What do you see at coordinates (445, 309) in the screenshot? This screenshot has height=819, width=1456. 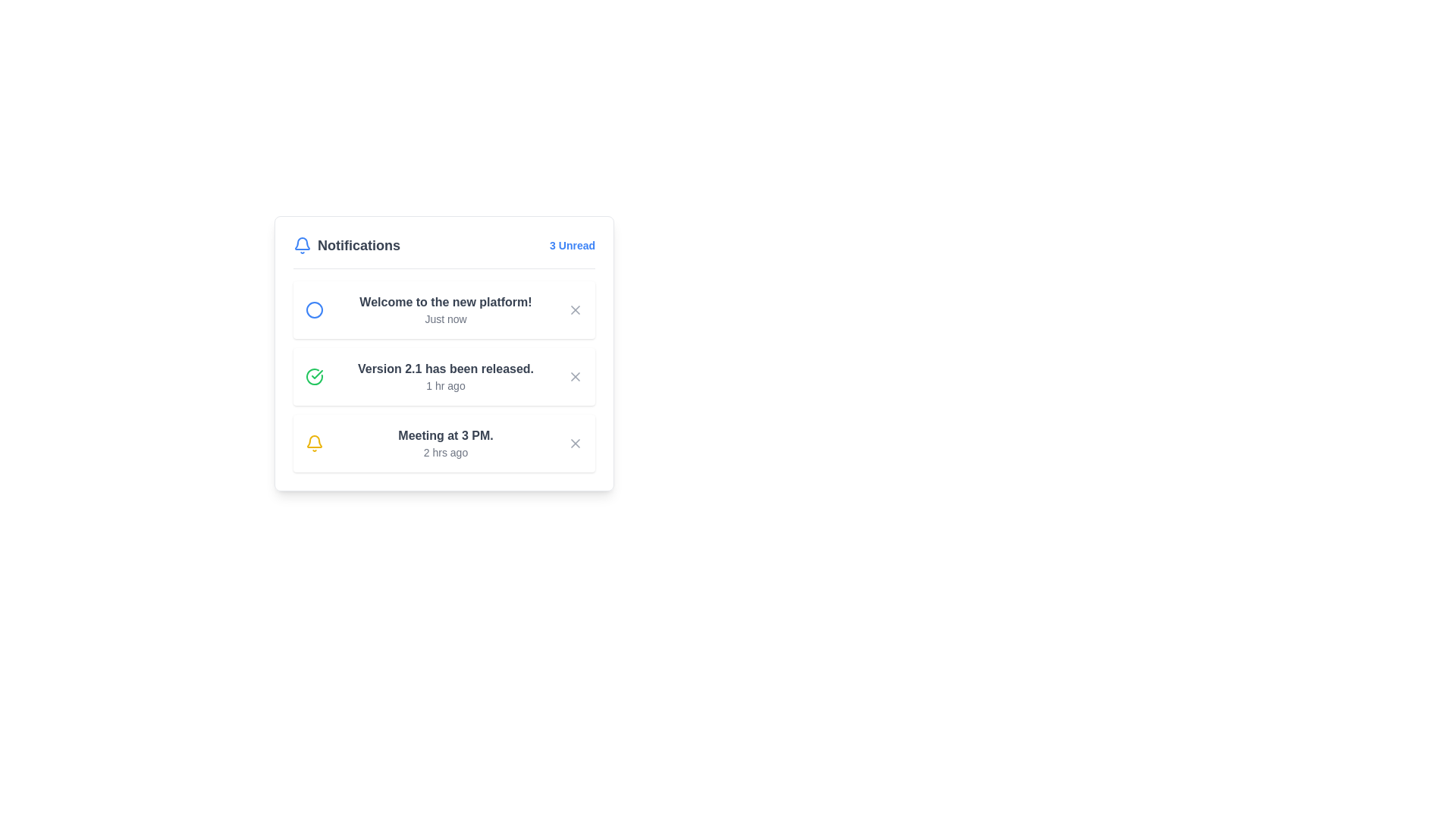 I see `text content of the notification information displayed in the text block located adjacent to the left-side blue circular icon and to the left of the close button` at bounding box center [445, 309].